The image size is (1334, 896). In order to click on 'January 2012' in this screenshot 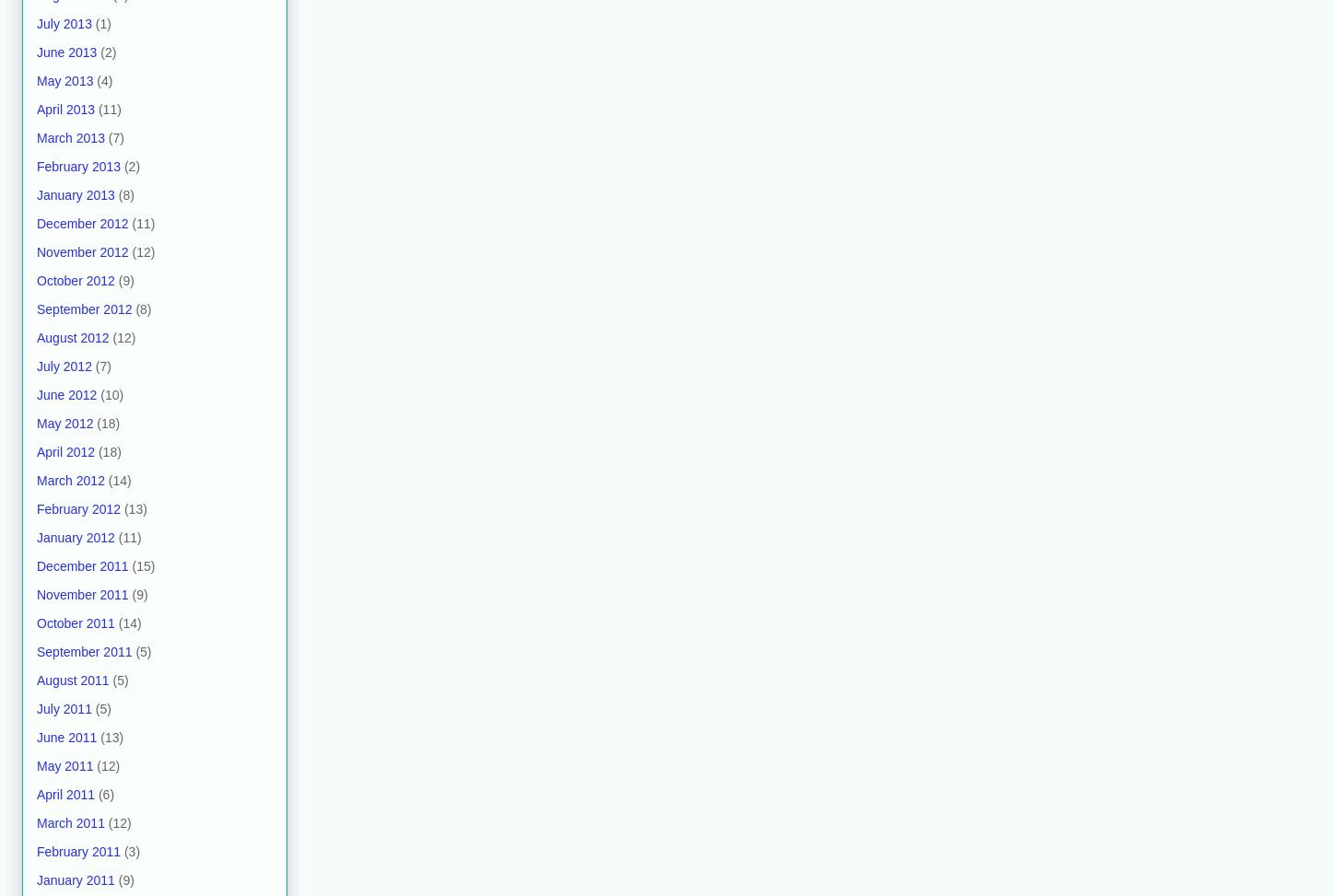, I will do `click(75, 537)`.